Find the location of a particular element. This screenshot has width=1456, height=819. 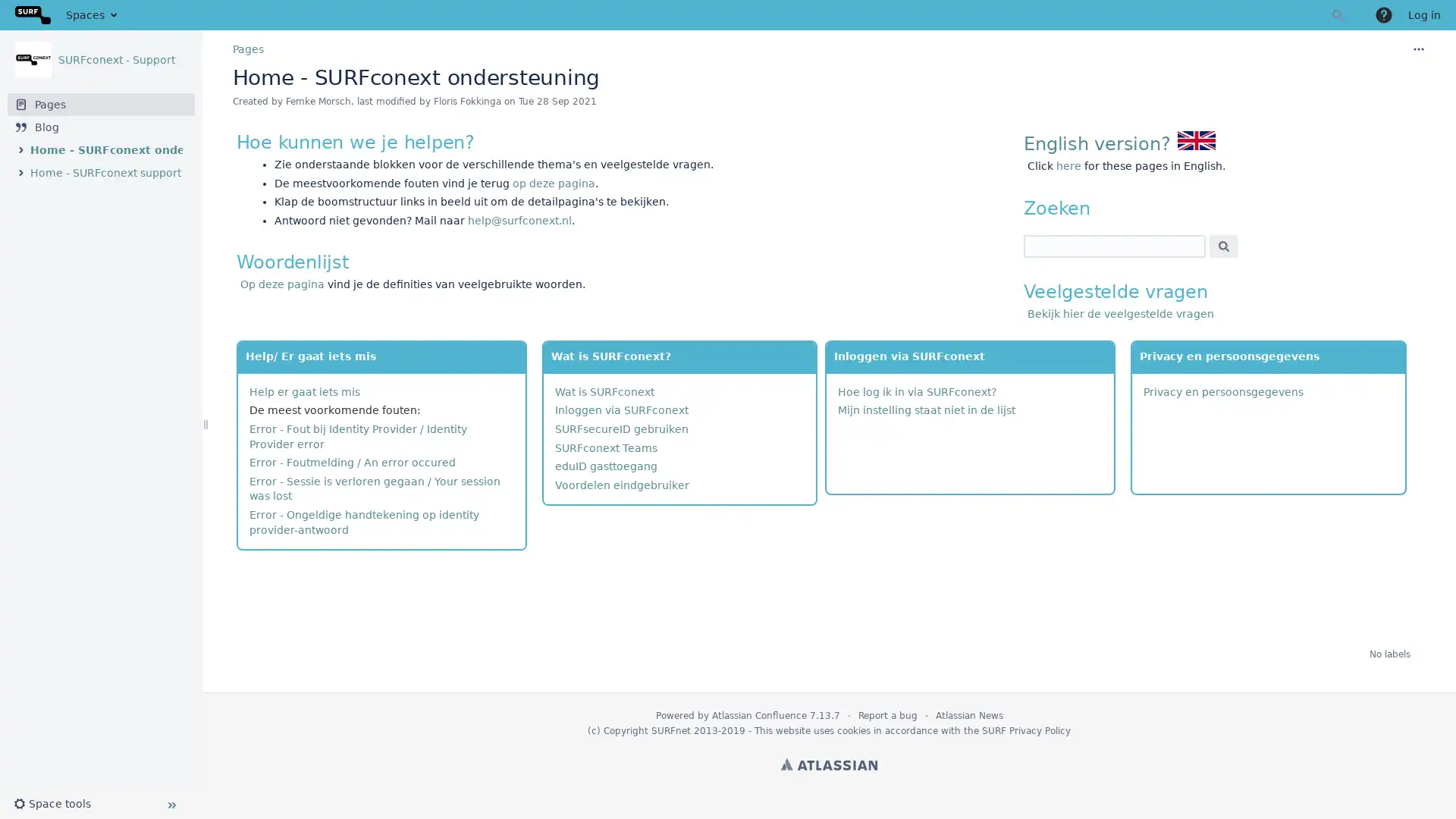

Search is located at coordinates (1223, 245).